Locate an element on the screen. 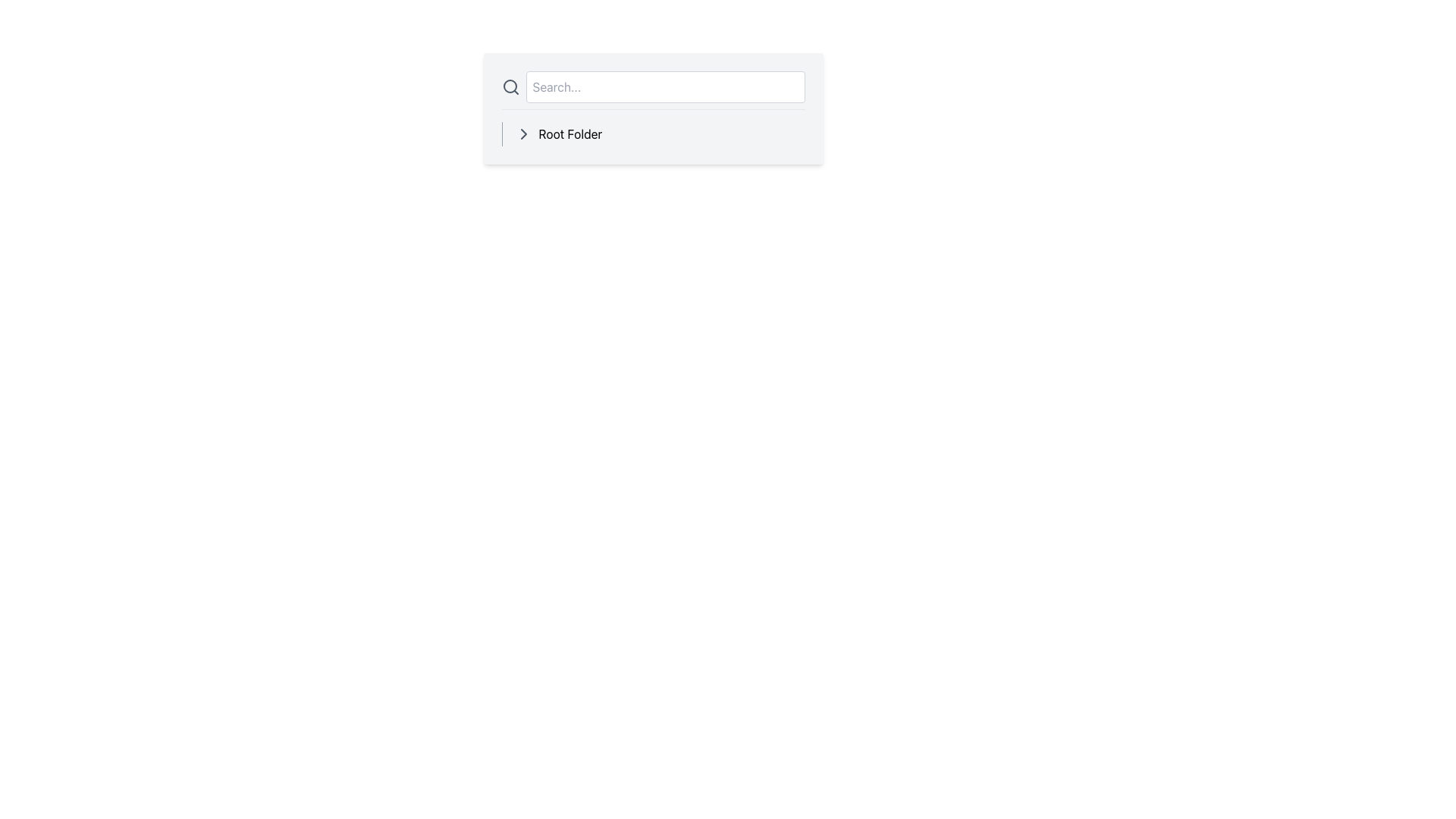 This screenshot has width=1456, height=819. the small right-facing chevron arrow icon located to the left of the 'Root Folder' text is located at coordinates (523, 133).